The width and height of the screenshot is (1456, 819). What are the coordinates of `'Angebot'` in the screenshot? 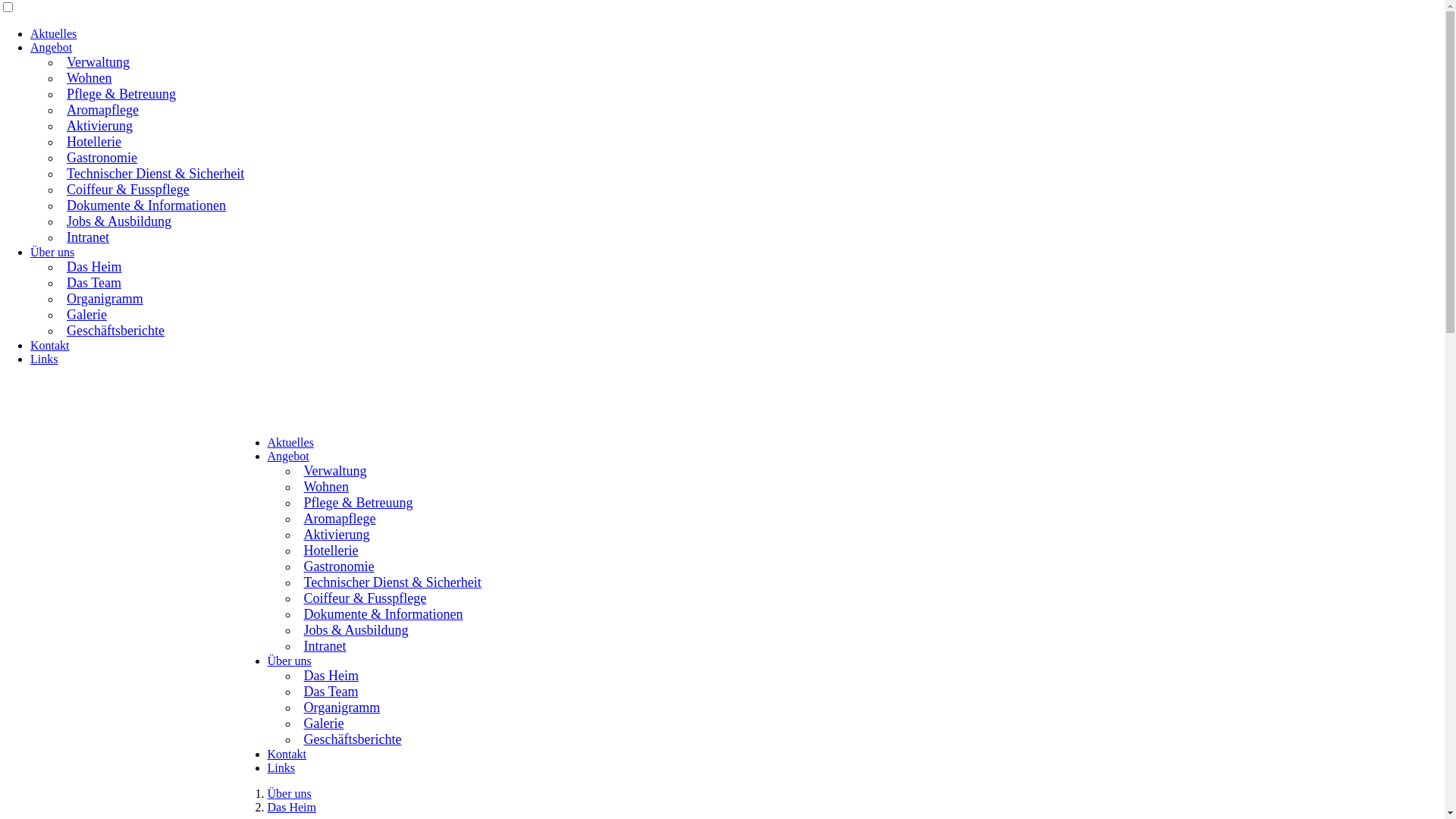 It's located at (287, 455).